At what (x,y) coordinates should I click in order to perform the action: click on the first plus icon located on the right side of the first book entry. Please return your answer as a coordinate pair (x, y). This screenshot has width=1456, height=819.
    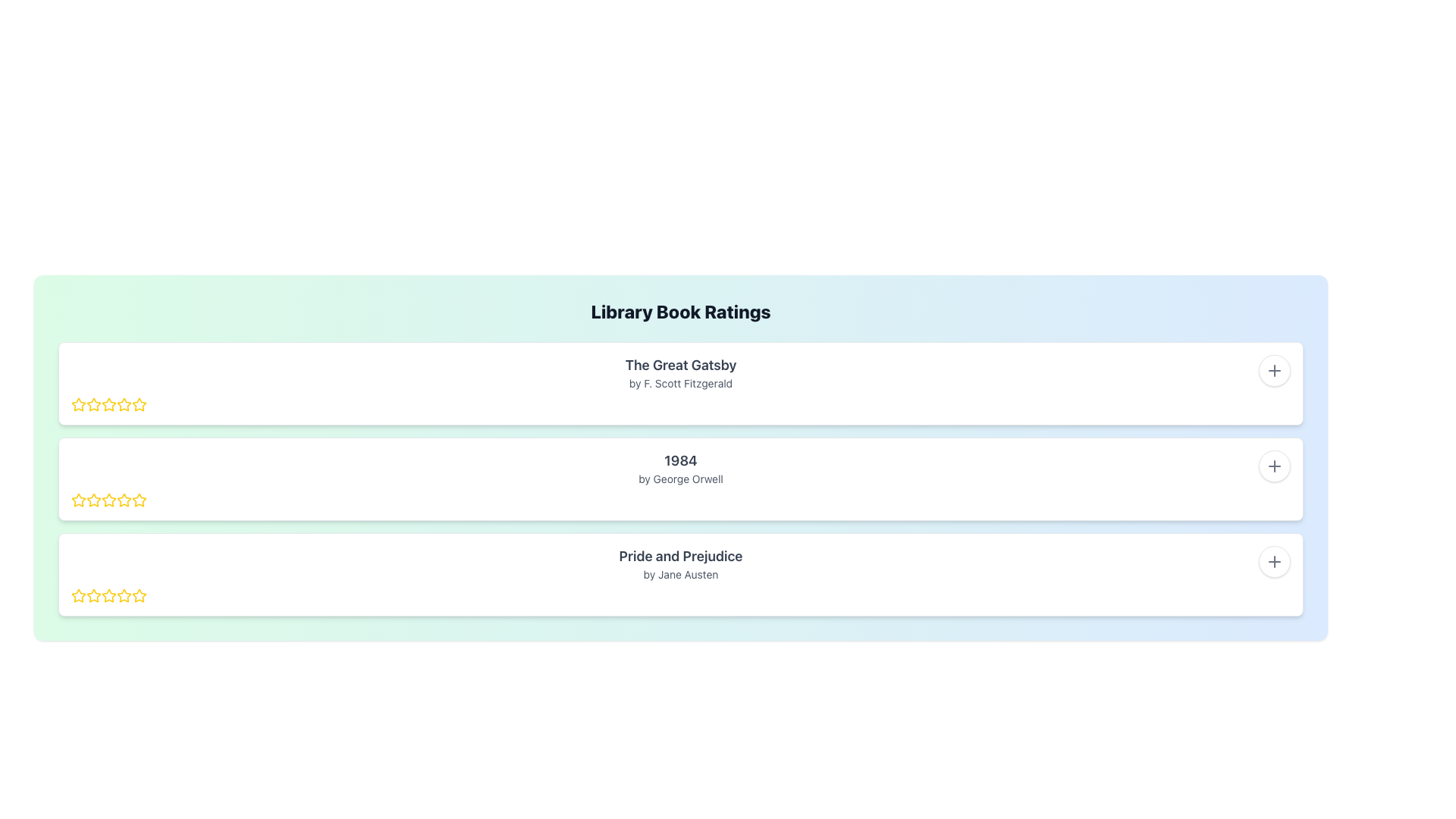
    Looking at the image, I should click on (1274, 371).